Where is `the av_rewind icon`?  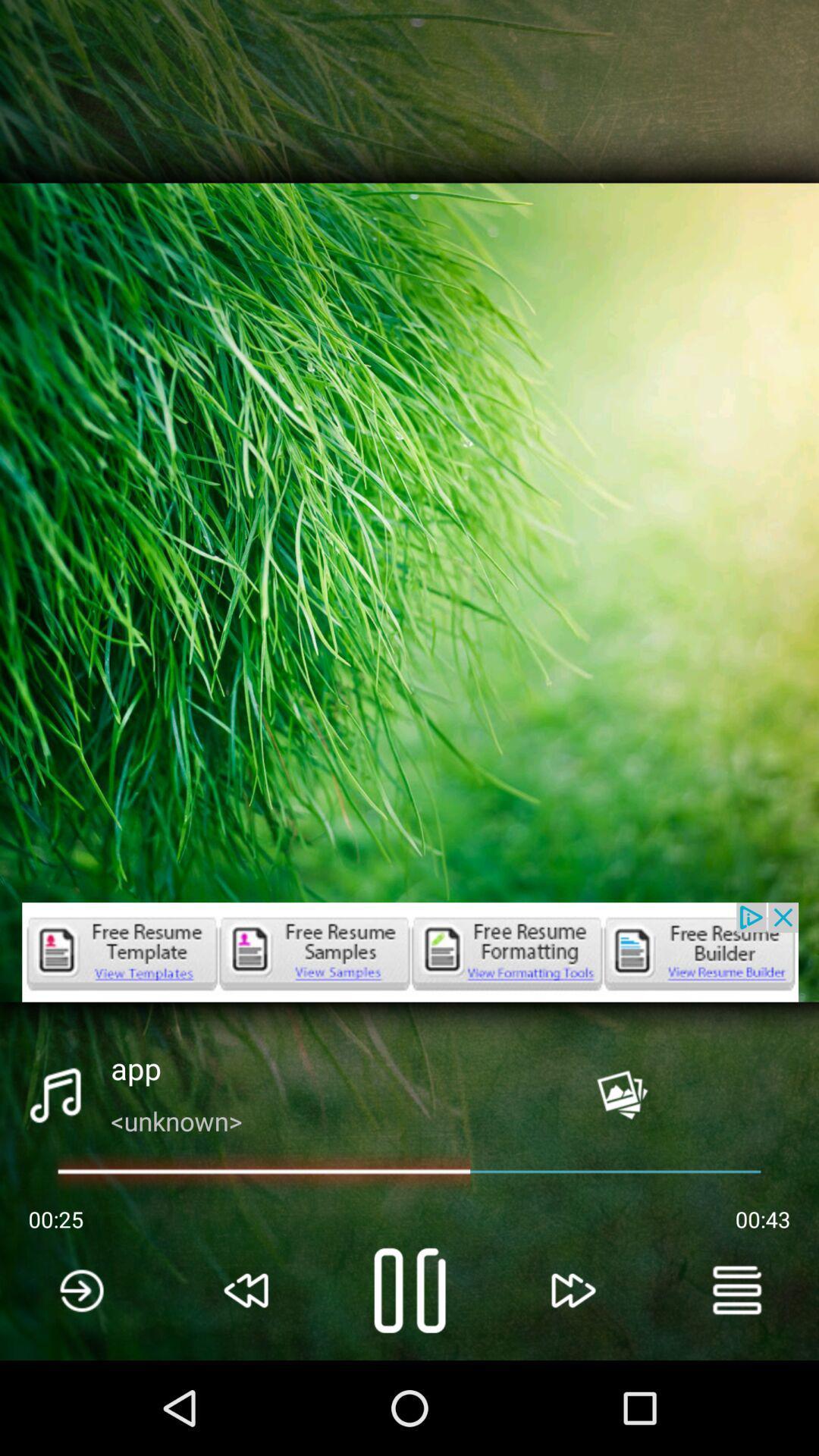 the av_rewind icon is located at coordinates (245, 1289).